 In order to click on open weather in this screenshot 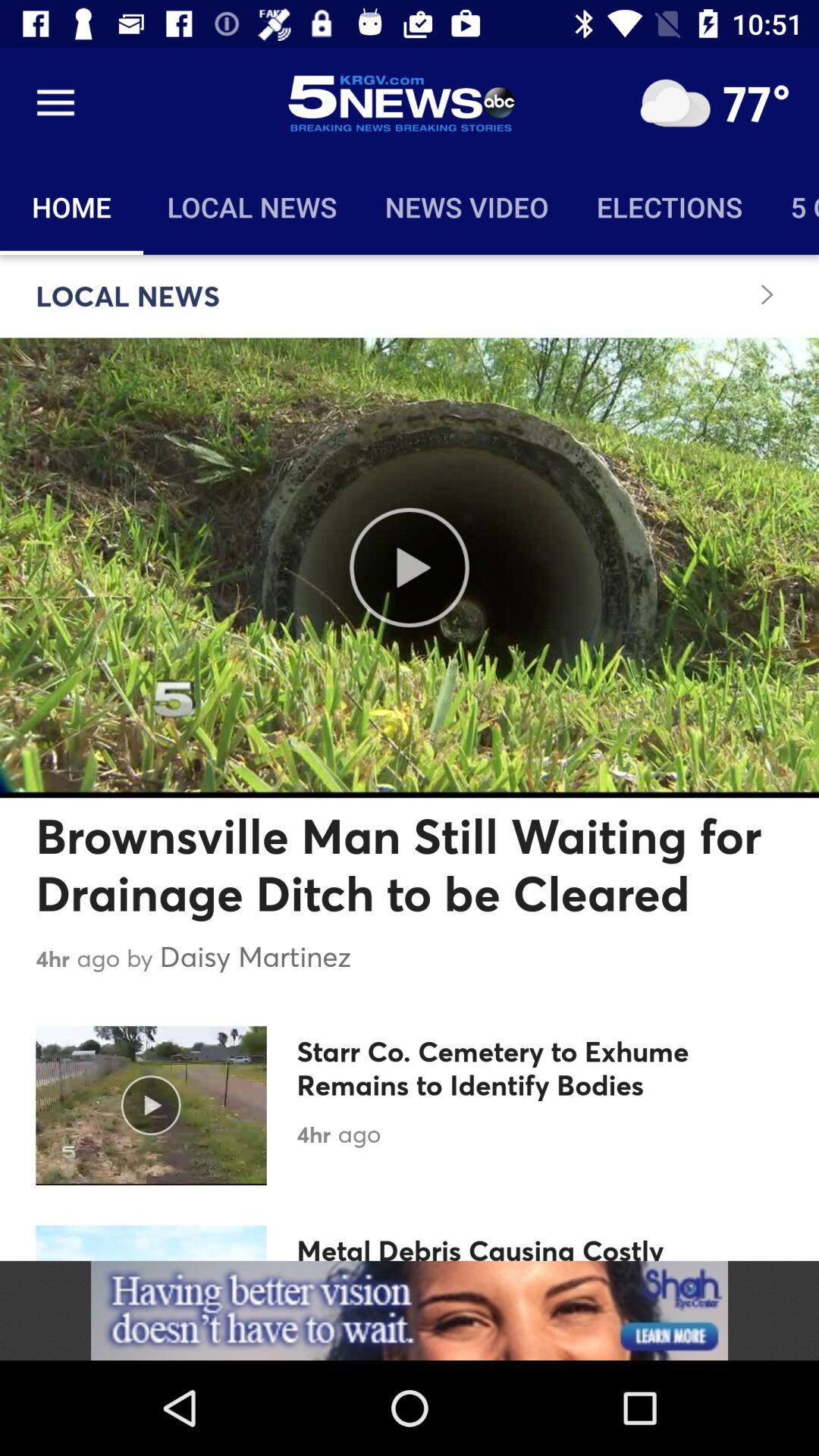, I will do `click(674, 102)`.